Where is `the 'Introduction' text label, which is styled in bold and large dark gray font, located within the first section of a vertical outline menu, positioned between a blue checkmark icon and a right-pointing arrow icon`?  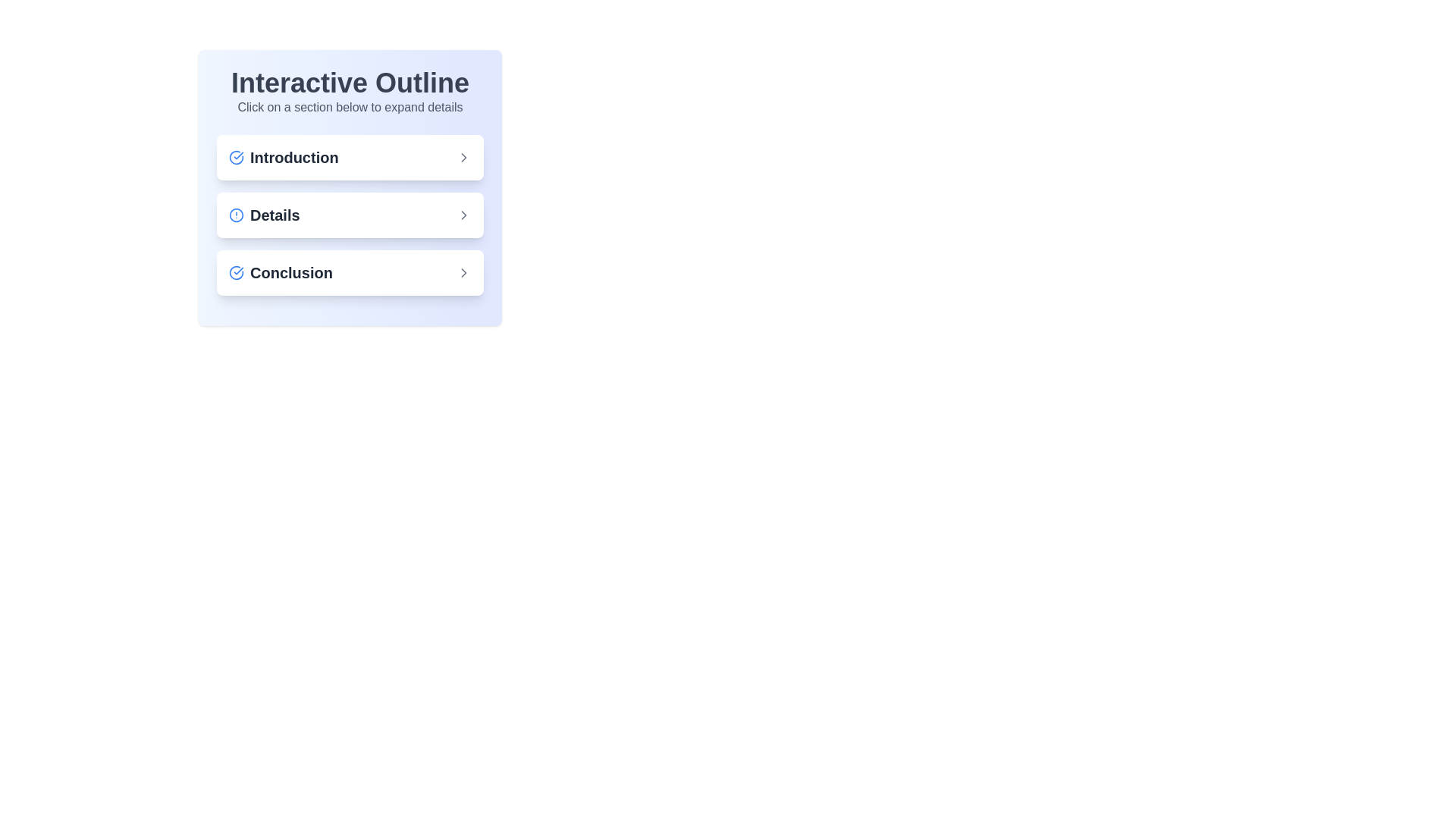
the 'Introduction' text label, which is styled in bold and large dark gray font, located within the first section of a vertical outline menu, positioned between a blue checkmark icon and a right-pointing arrow icon is located at coordinates (294, 158).